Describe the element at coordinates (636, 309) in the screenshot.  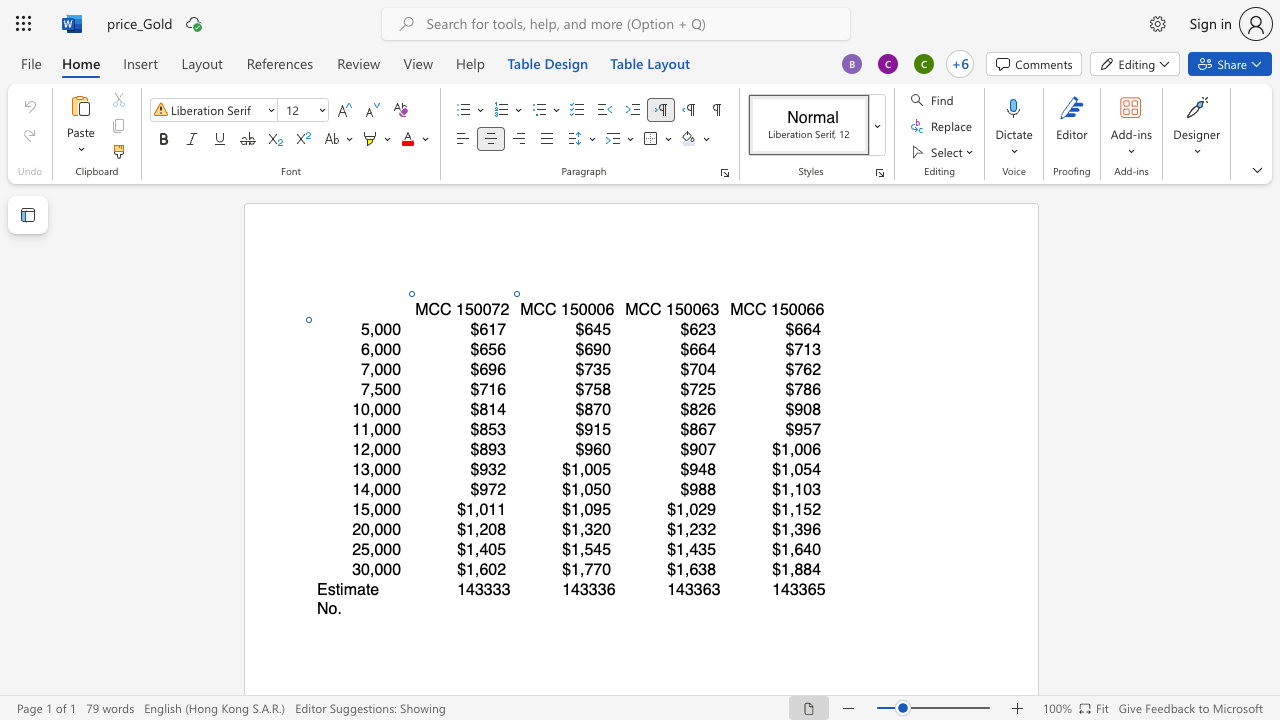
I see `the space between the continuous character "M" and "C" in the text` at that location.